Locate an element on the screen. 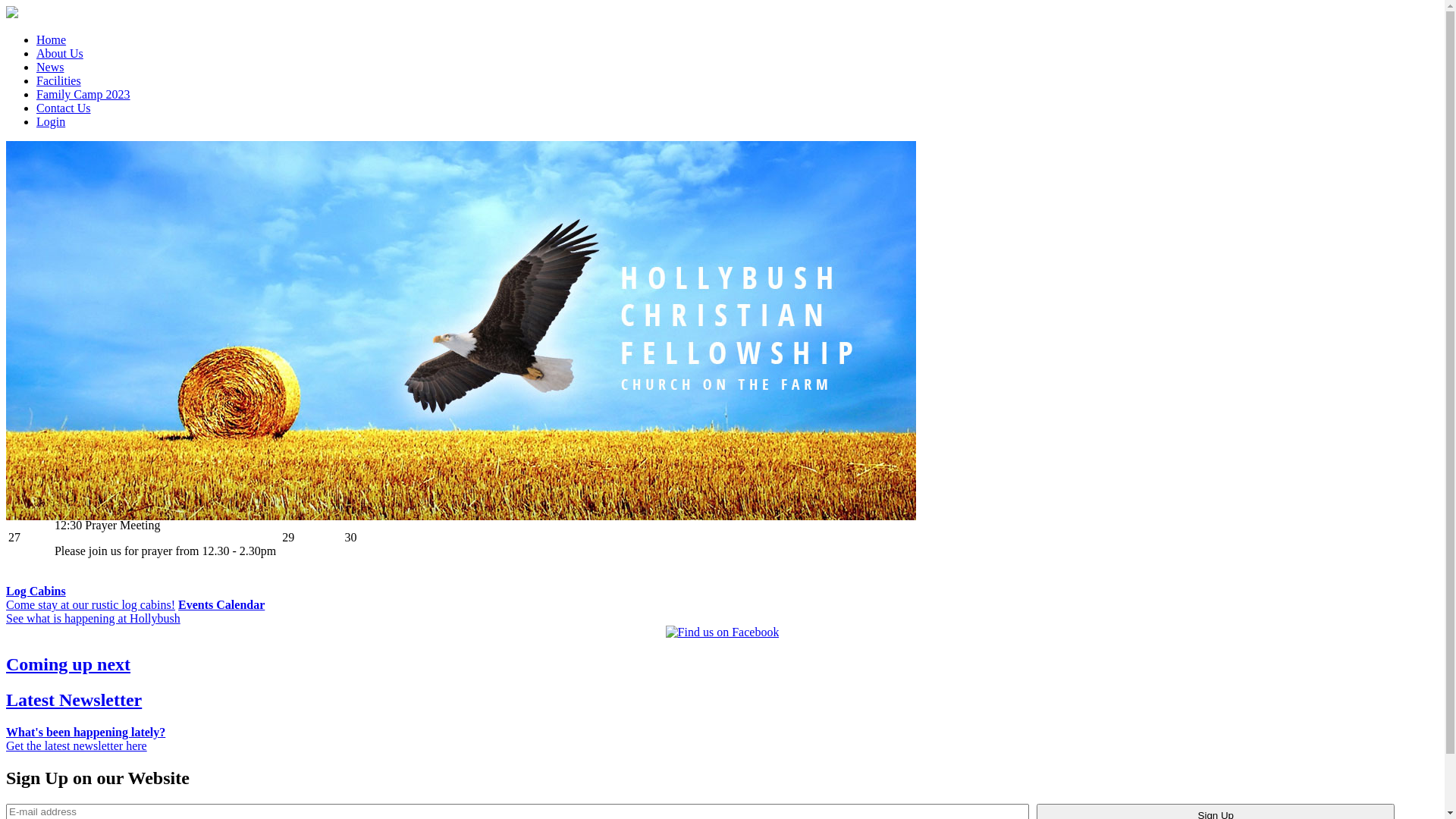 The width and height of the screenshot is (1456, 819). 'Events Calendar is located at coordinates (135, 610).